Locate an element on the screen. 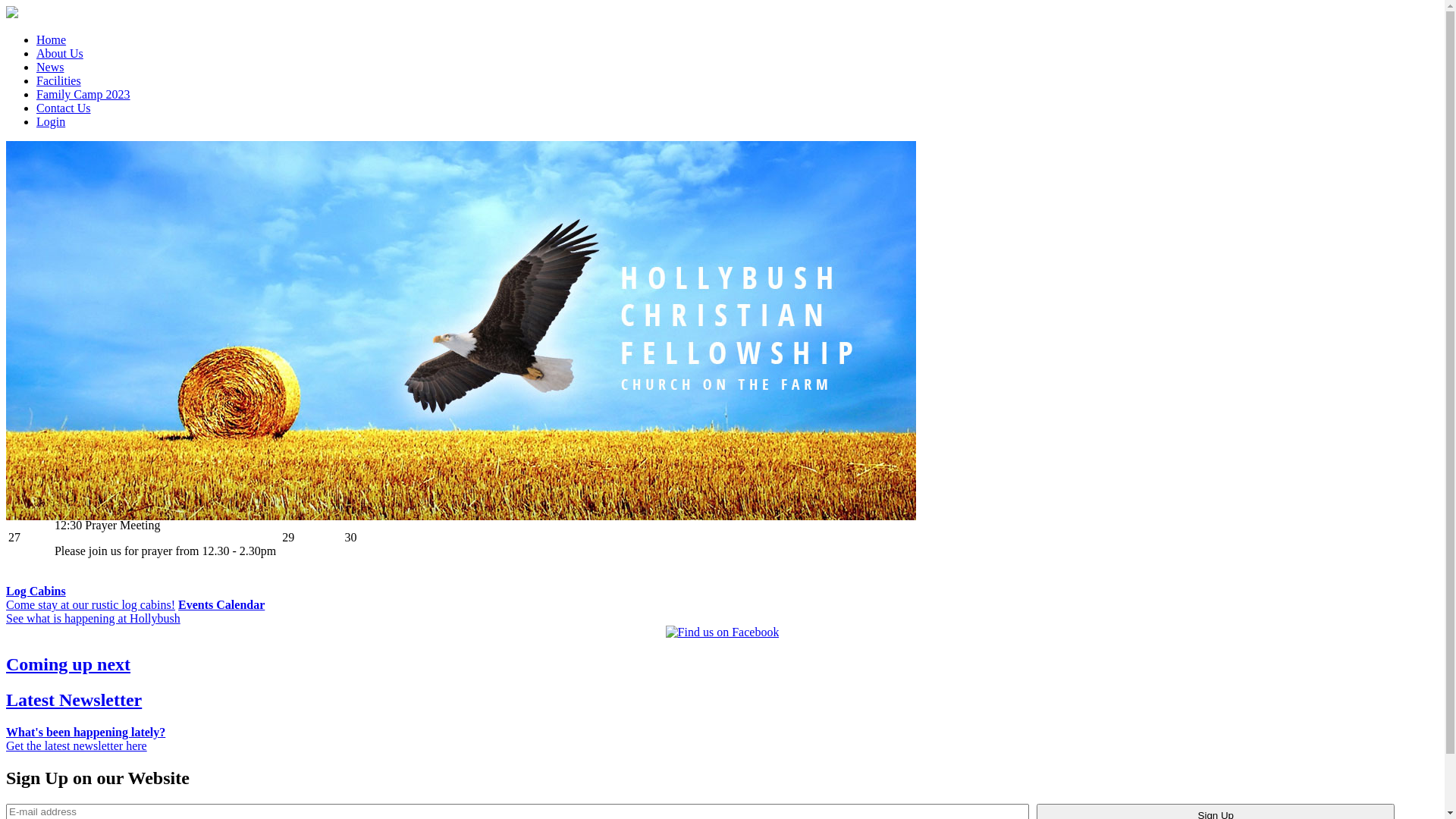 The width and height of the screenshot is (1456, 819). 'Events Calendar is located at coordinates (135, 610).